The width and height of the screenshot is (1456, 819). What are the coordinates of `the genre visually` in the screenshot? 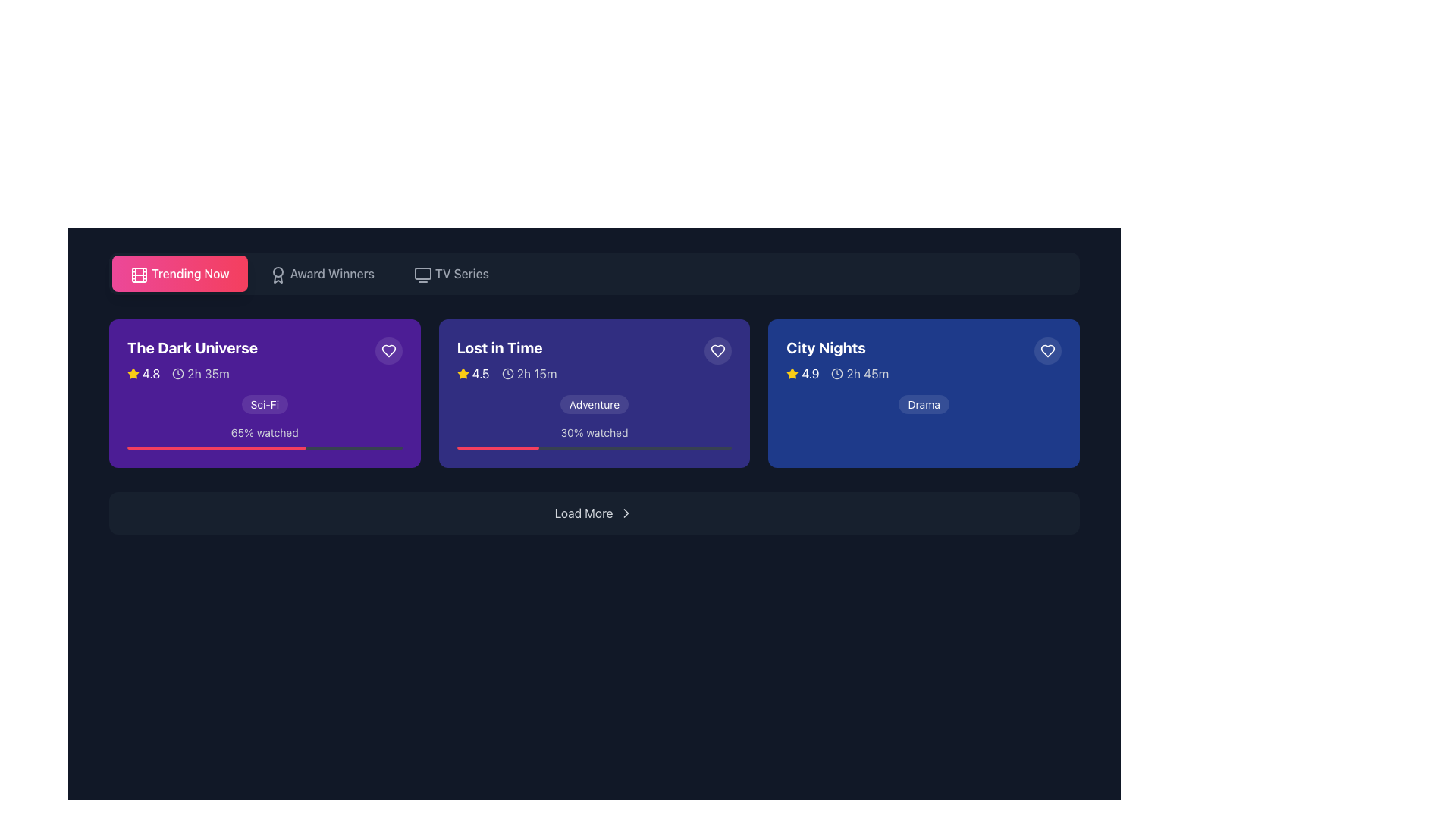 It's located at (593, 403).